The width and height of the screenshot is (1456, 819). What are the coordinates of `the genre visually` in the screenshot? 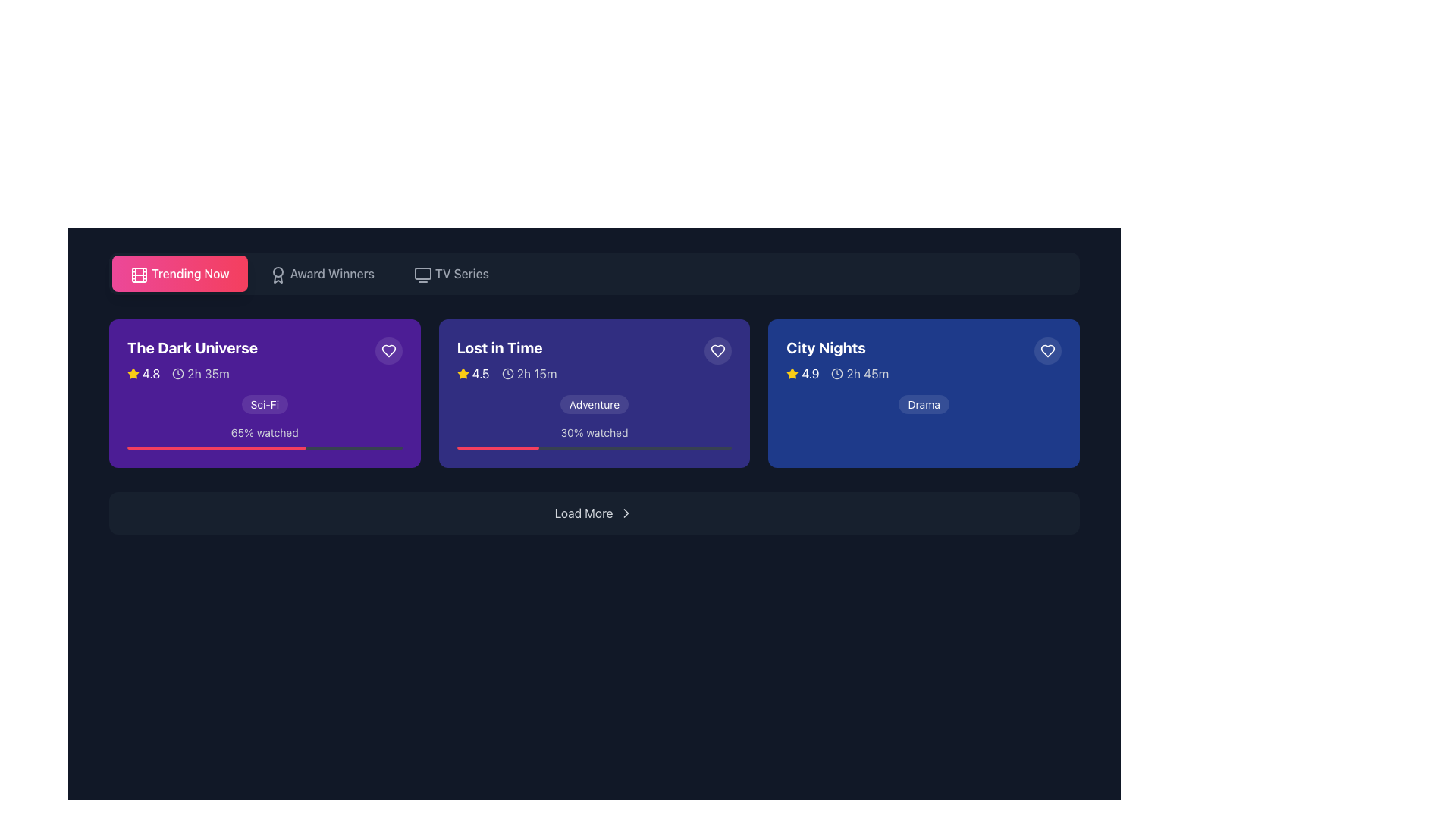 It's located at (593, 403).